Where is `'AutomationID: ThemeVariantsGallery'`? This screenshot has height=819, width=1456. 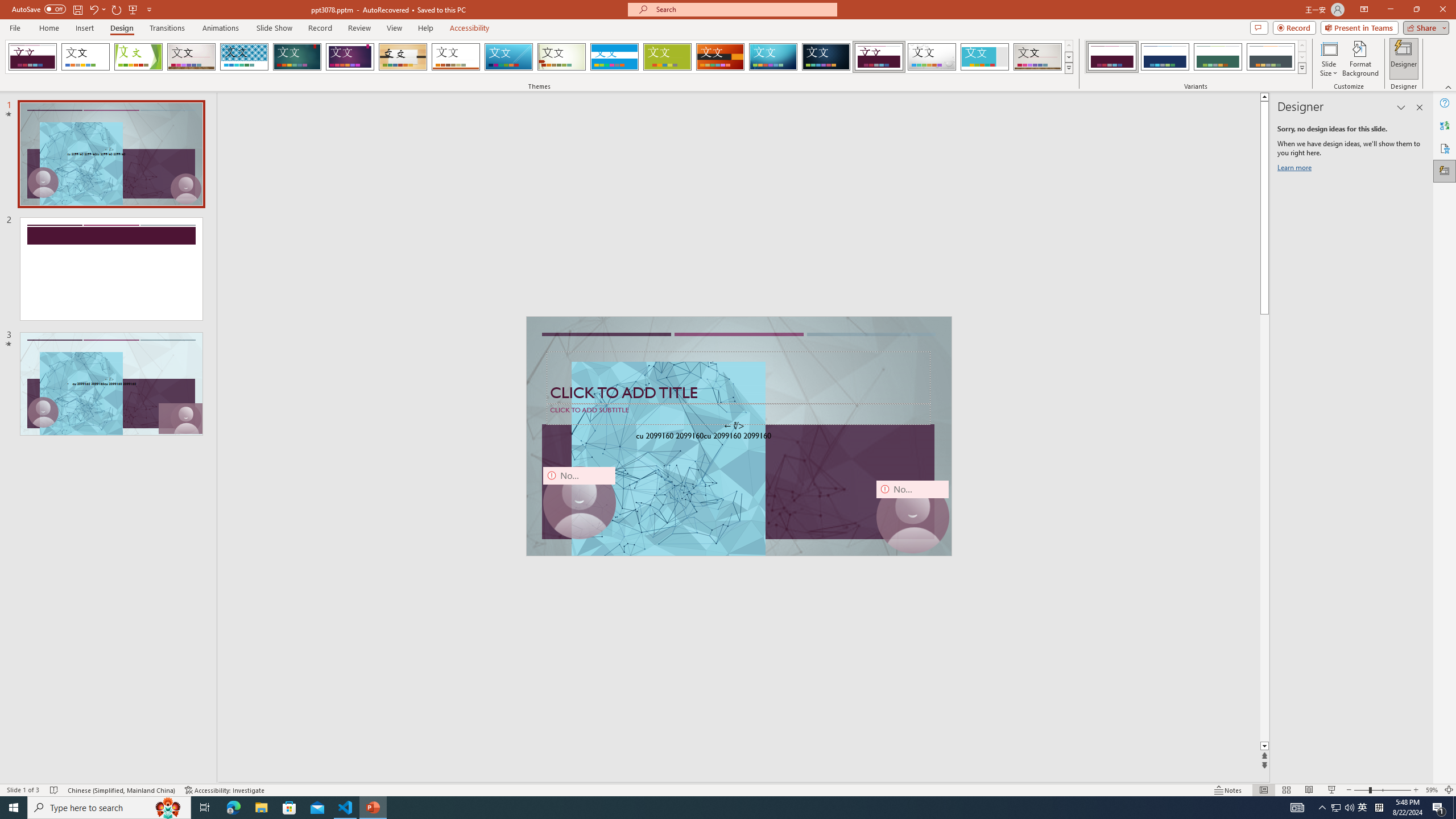 'AutomationID: ThemeVariantsGallery' is located at coordinates (1196, 56).